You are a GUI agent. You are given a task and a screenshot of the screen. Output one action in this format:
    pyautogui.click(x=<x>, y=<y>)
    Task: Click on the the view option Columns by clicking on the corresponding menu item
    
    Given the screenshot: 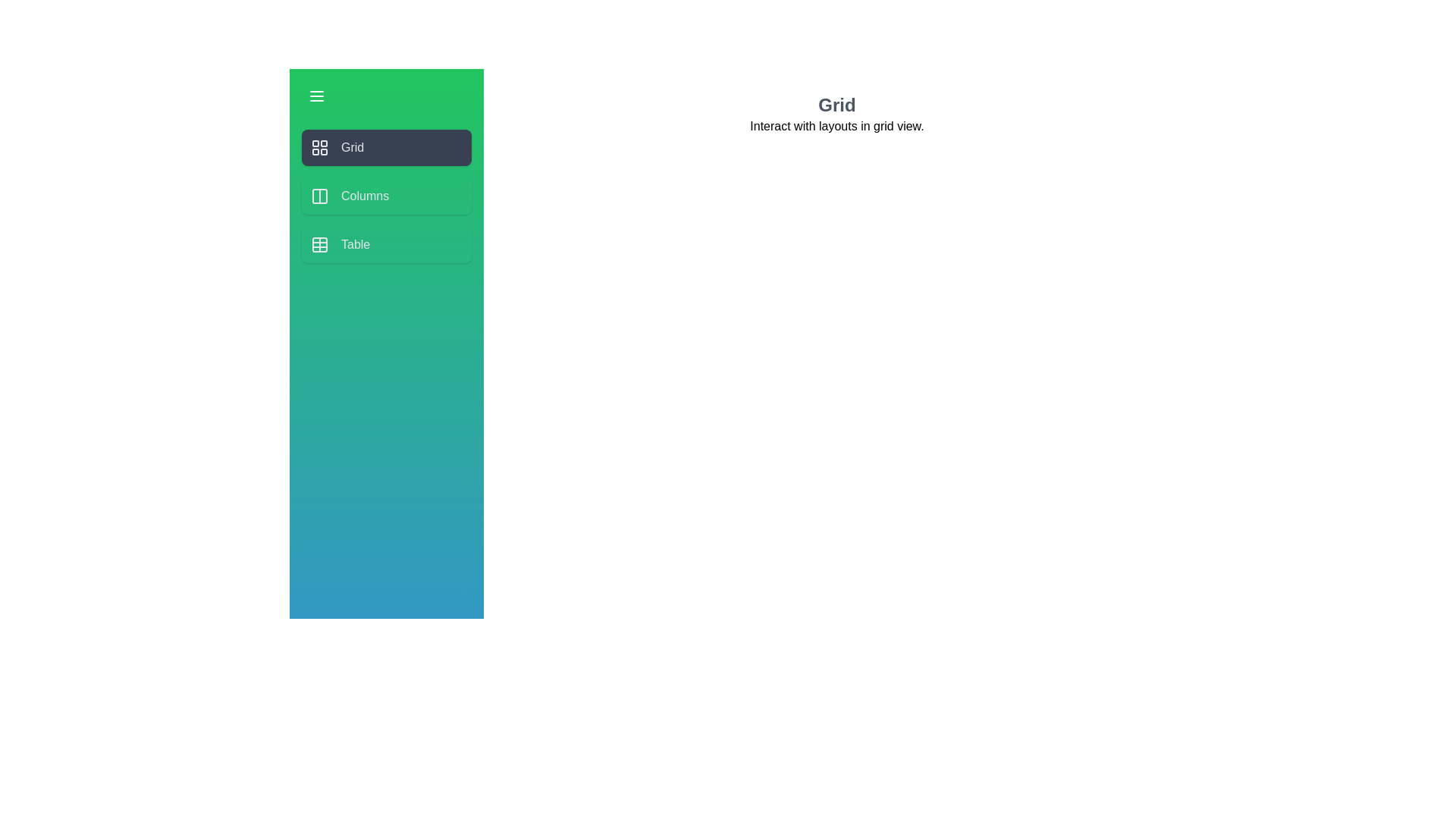 What is the action you would take?
    pyautogui.click(x=386, y=195)
    